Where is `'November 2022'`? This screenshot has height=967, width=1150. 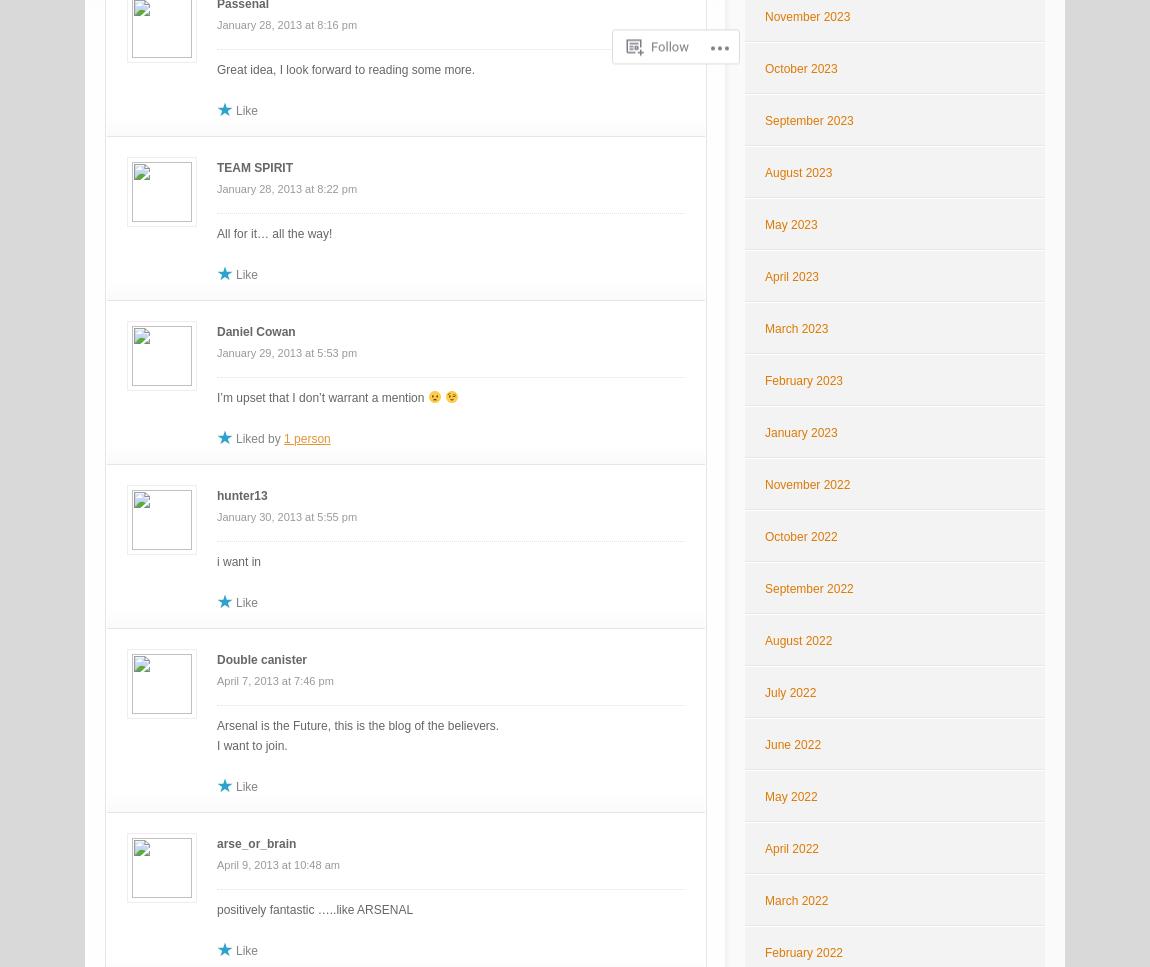
'November 2022' is located at coordinates (806, 484).